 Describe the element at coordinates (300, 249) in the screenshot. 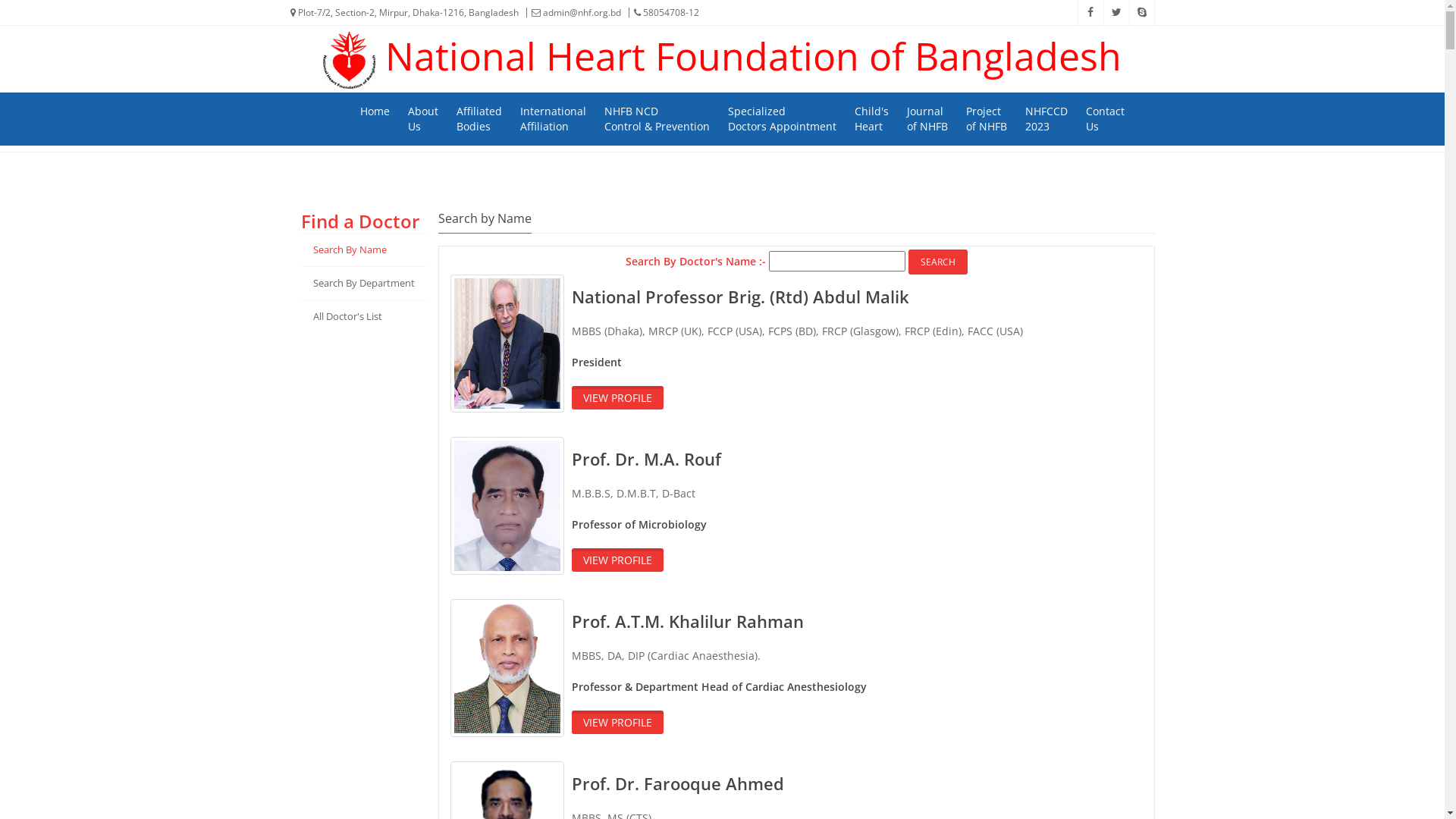

I see `'Search By Name'` at that location.